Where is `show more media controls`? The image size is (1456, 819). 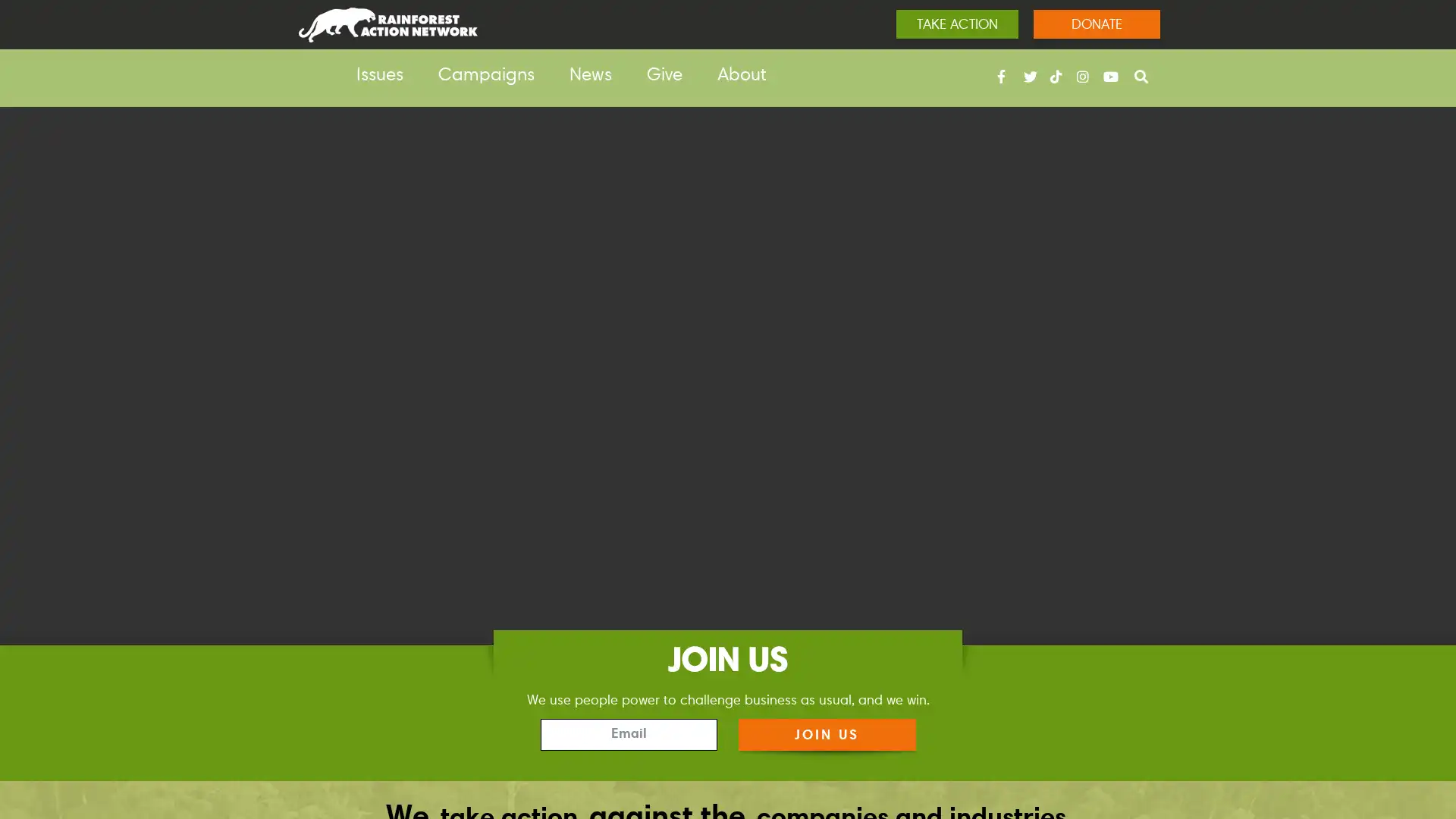 show more media controls is located at coordinates (1419, 739).